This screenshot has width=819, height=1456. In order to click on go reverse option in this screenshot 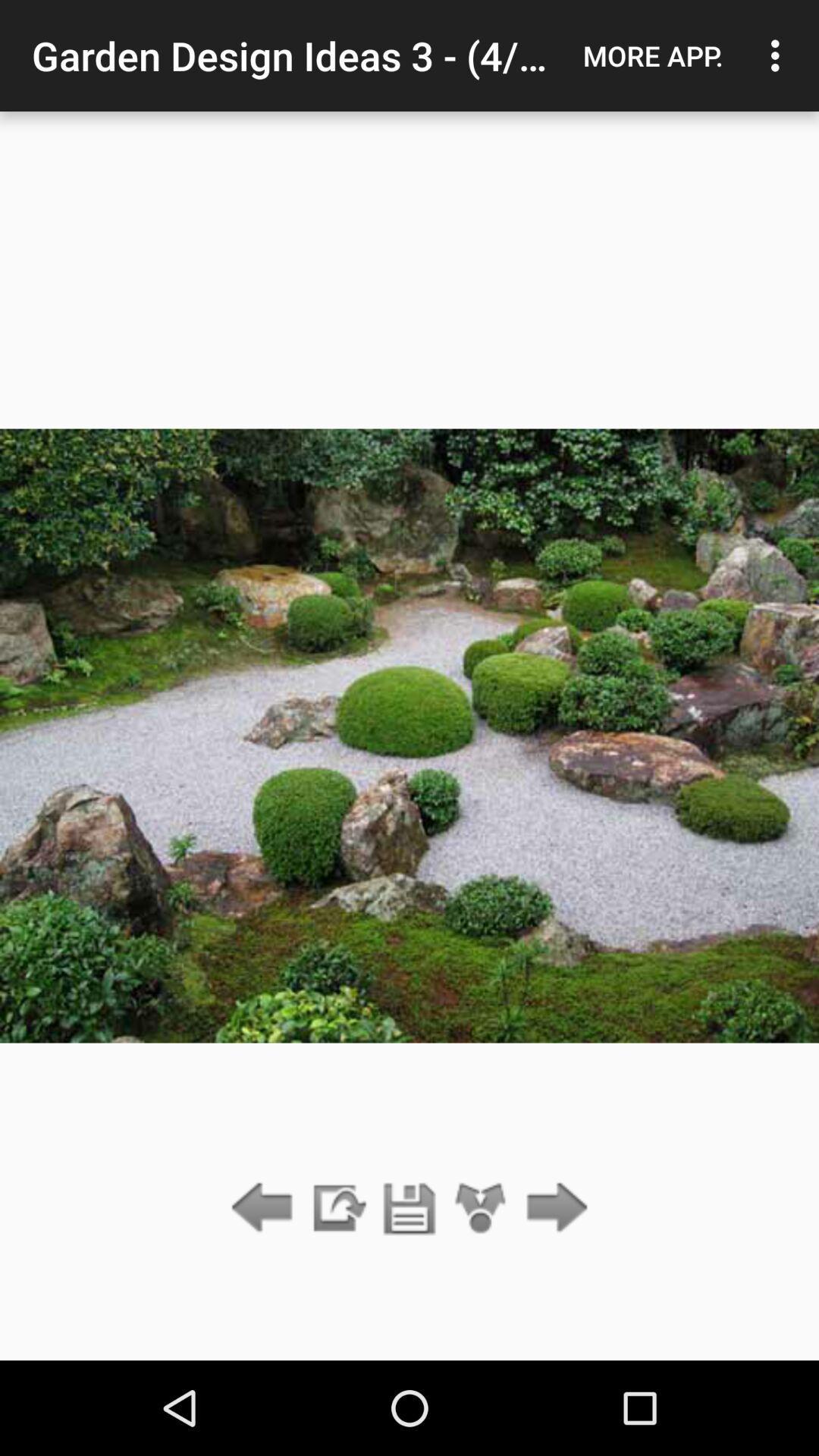, I will do `click(265, 1208)`.